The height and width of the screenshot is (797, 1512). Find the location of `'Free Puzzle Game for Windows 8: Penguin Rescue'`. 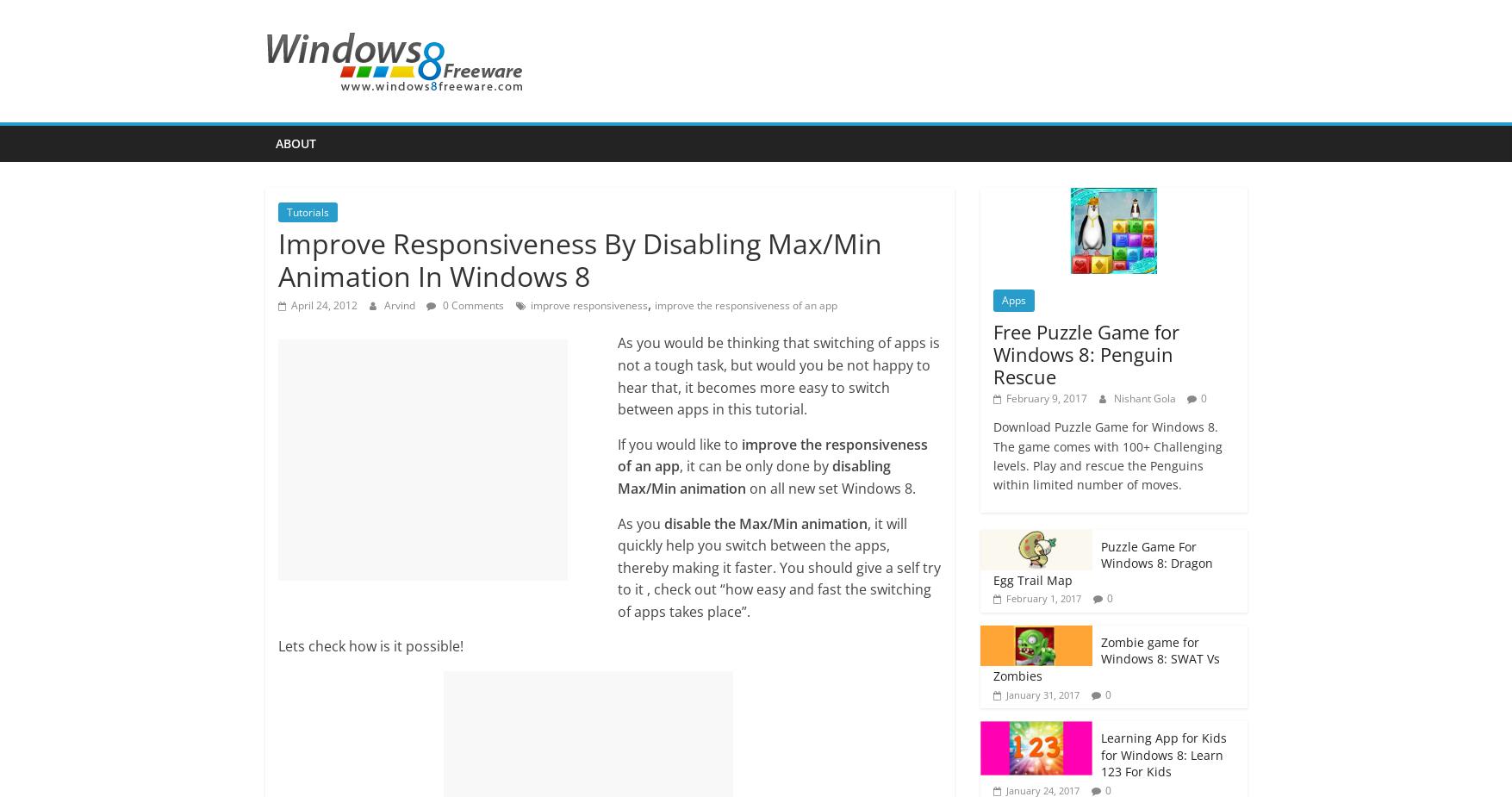

'Free Puzzle Game for Windows 8: Penguin Rescue' is located at coordinates (1085, 352).